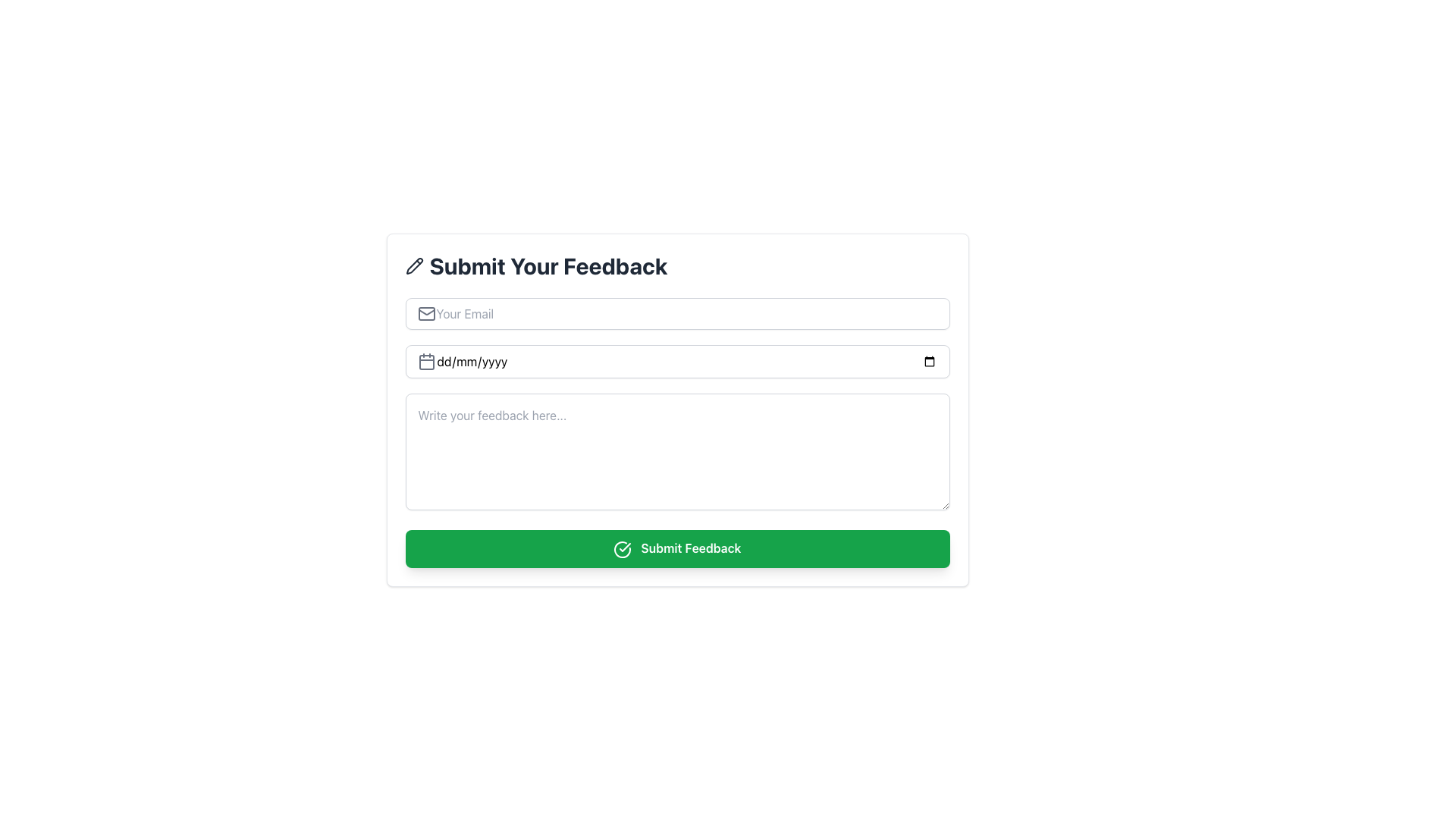 This screenshot has height=819, width=1456. I want to click on the checkmark icon encased in a circular border located to the left of the 'Submit Feedback' button, which serves as a visual cue for action confirmation, so click(623, 549).